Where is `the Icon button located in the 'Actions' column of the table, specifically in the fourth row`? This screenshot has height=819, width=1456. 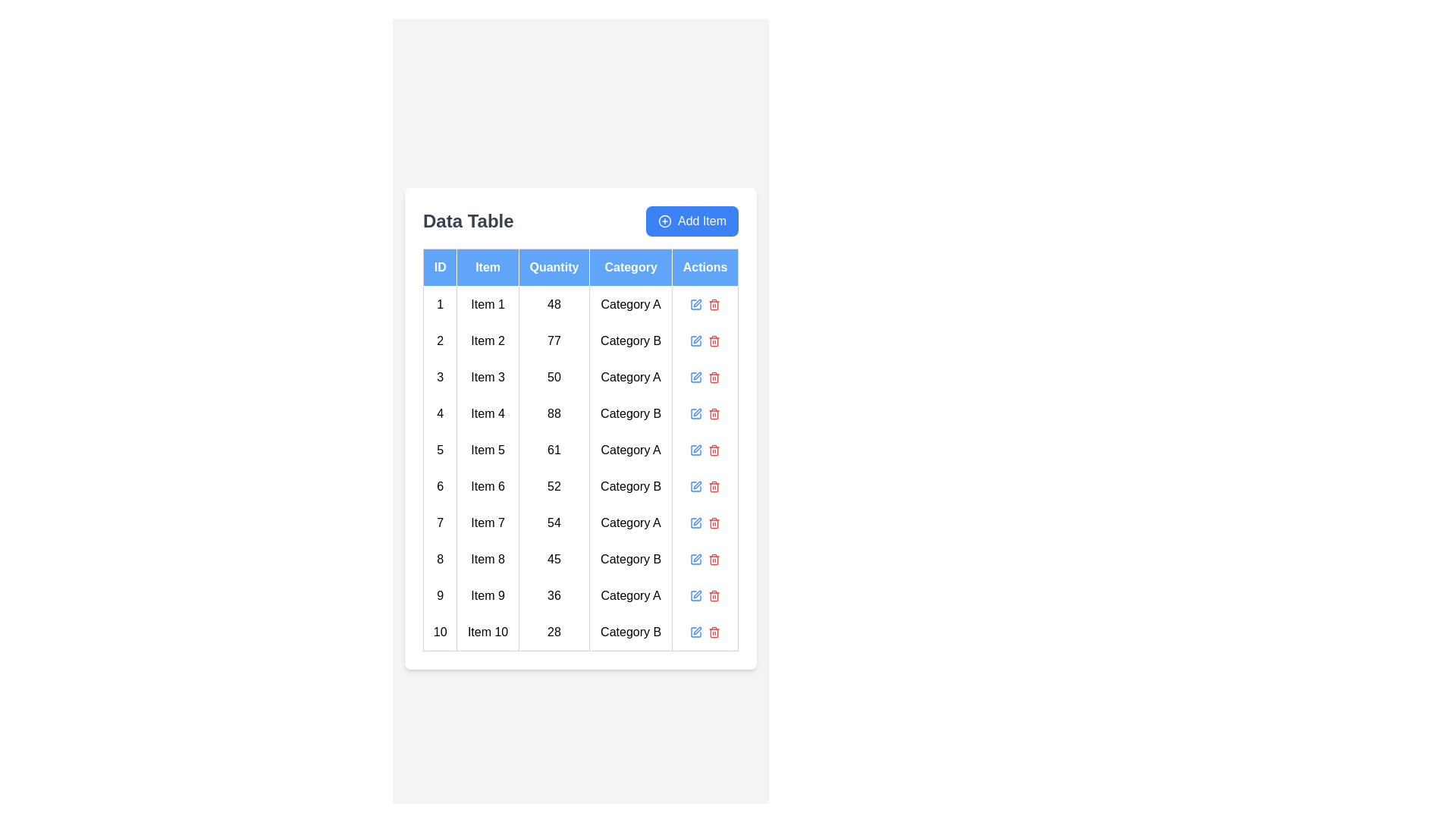 the Icon button located in the 'Actions' column of the table, specifically in the fourth row is located at coordinates (695, 413).